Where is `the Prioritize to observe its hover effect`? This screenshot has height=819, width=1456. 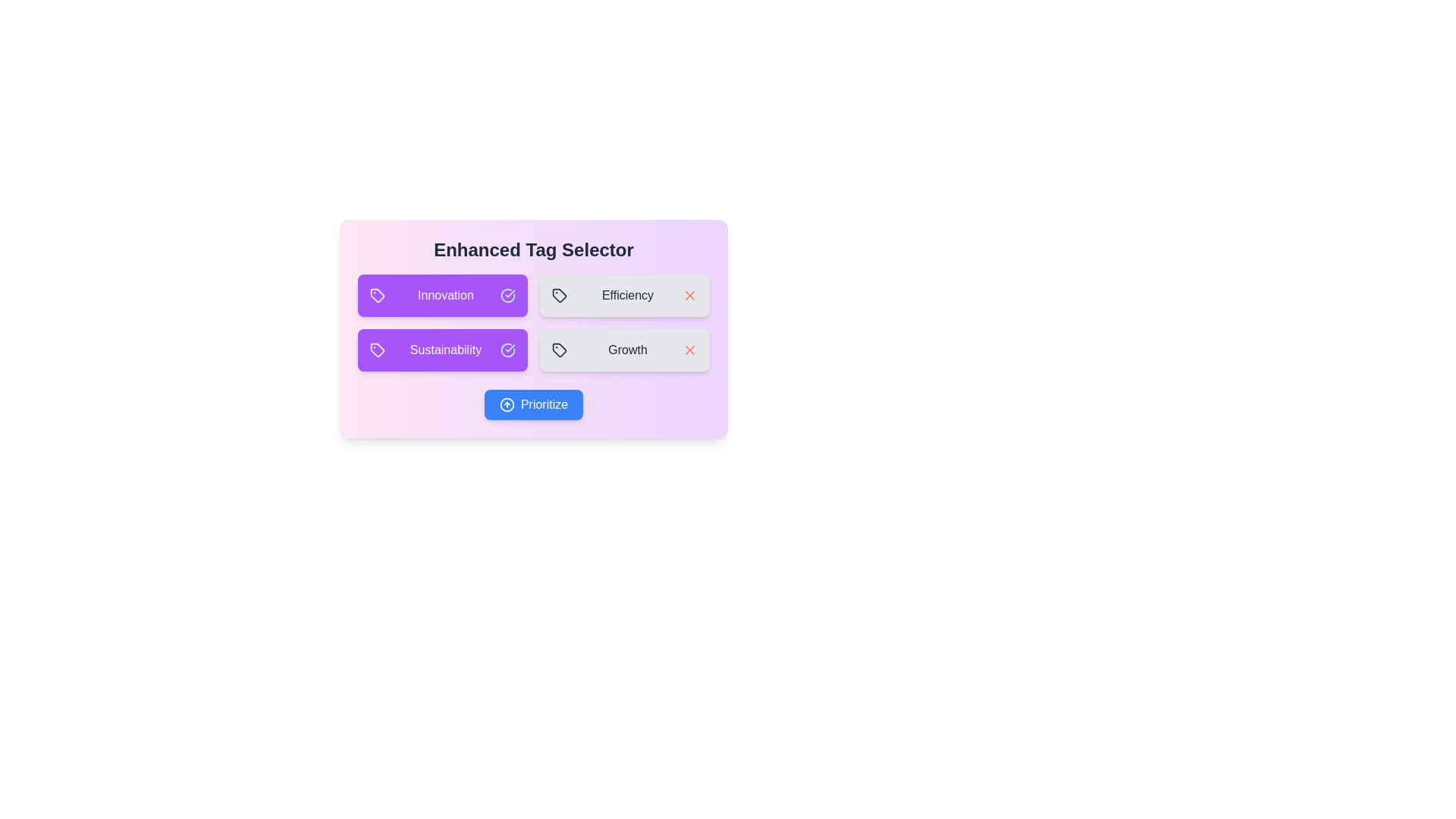
the Prioritize to observe its hover effect is located at coordinates (534, 403).